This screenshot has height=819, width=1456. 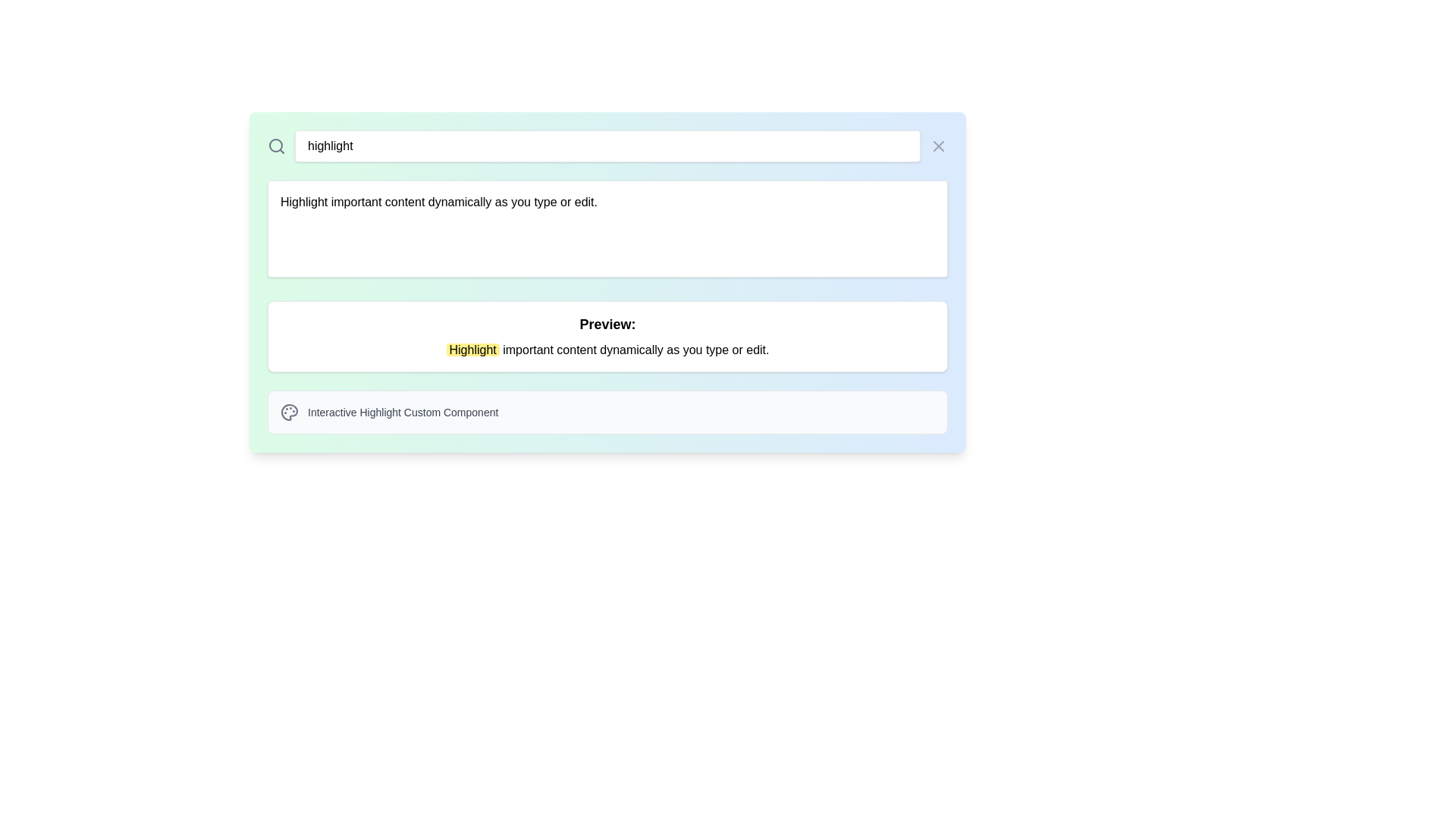 I want to click on the 'X' shaped close icon, which is styled with a thin gray stroke and is positioned in the top-right corner of the interface, adjacent to the search bar, so click(x=938, y=146).